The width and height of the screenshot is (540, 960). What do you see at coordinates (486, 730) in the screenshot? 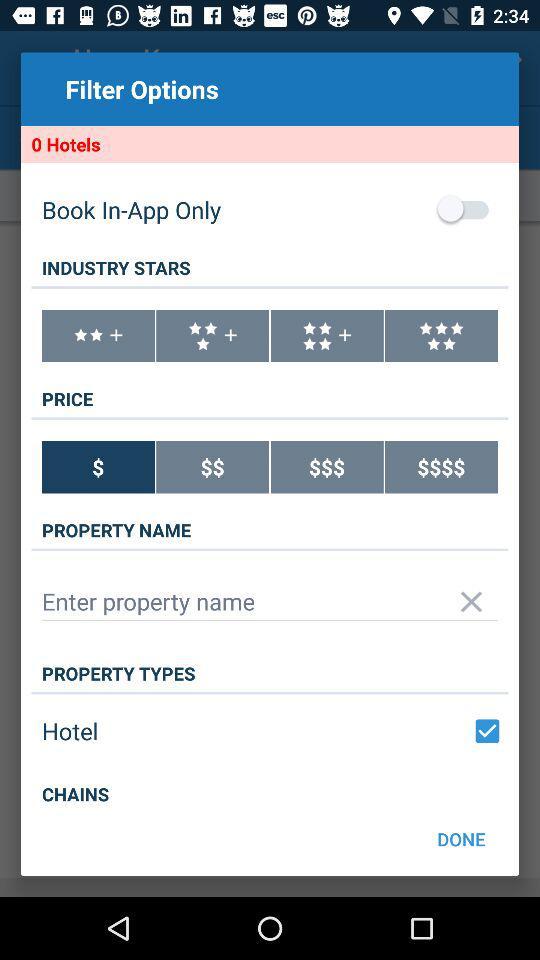
I see `check/uncheck hotel option` at bounding box center [486, 730].